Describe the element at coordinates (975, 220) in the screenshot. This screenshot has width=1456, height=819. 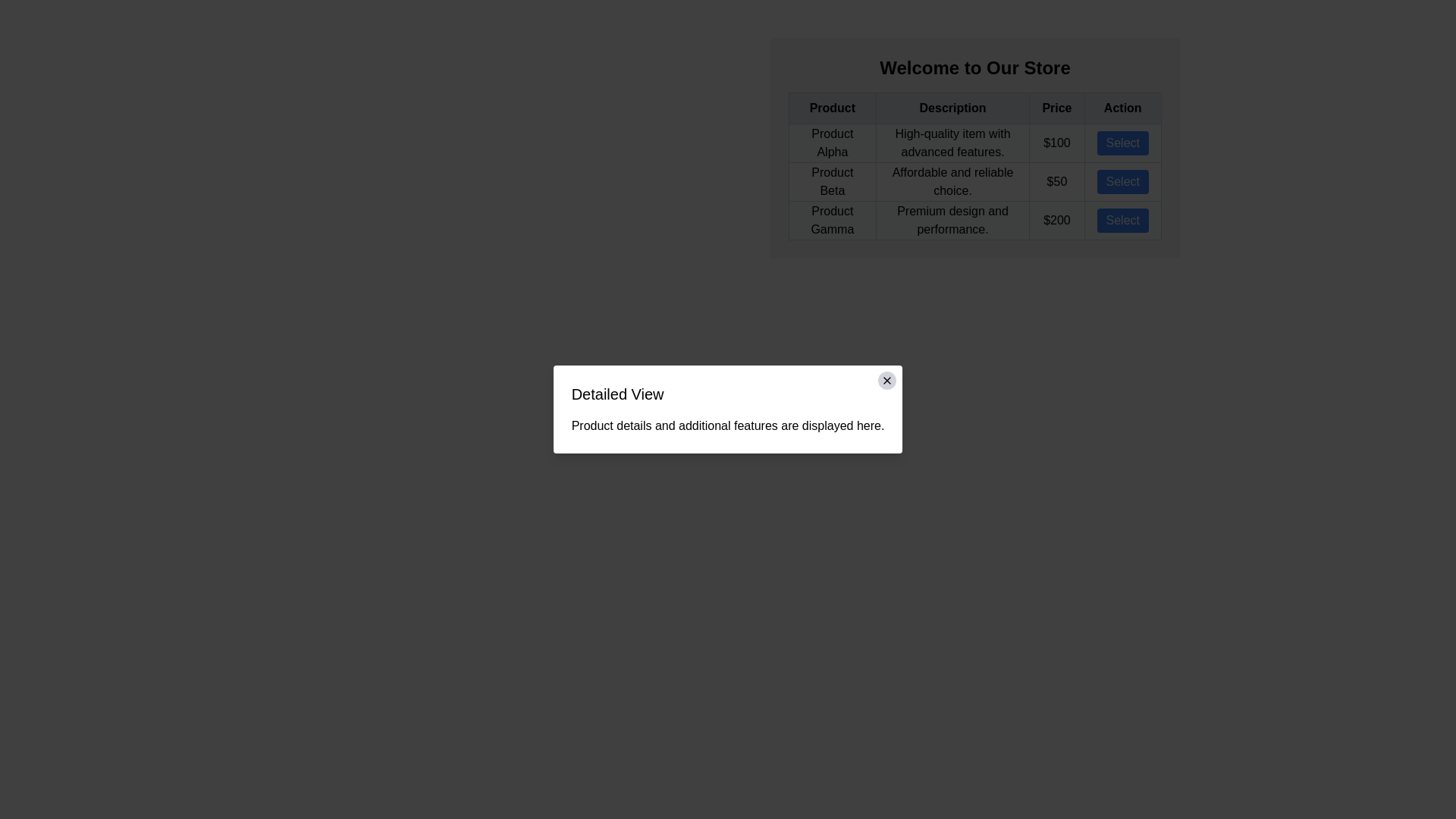
I see `the cell containing 'Product Gamma' in the third row of the table` at that location.